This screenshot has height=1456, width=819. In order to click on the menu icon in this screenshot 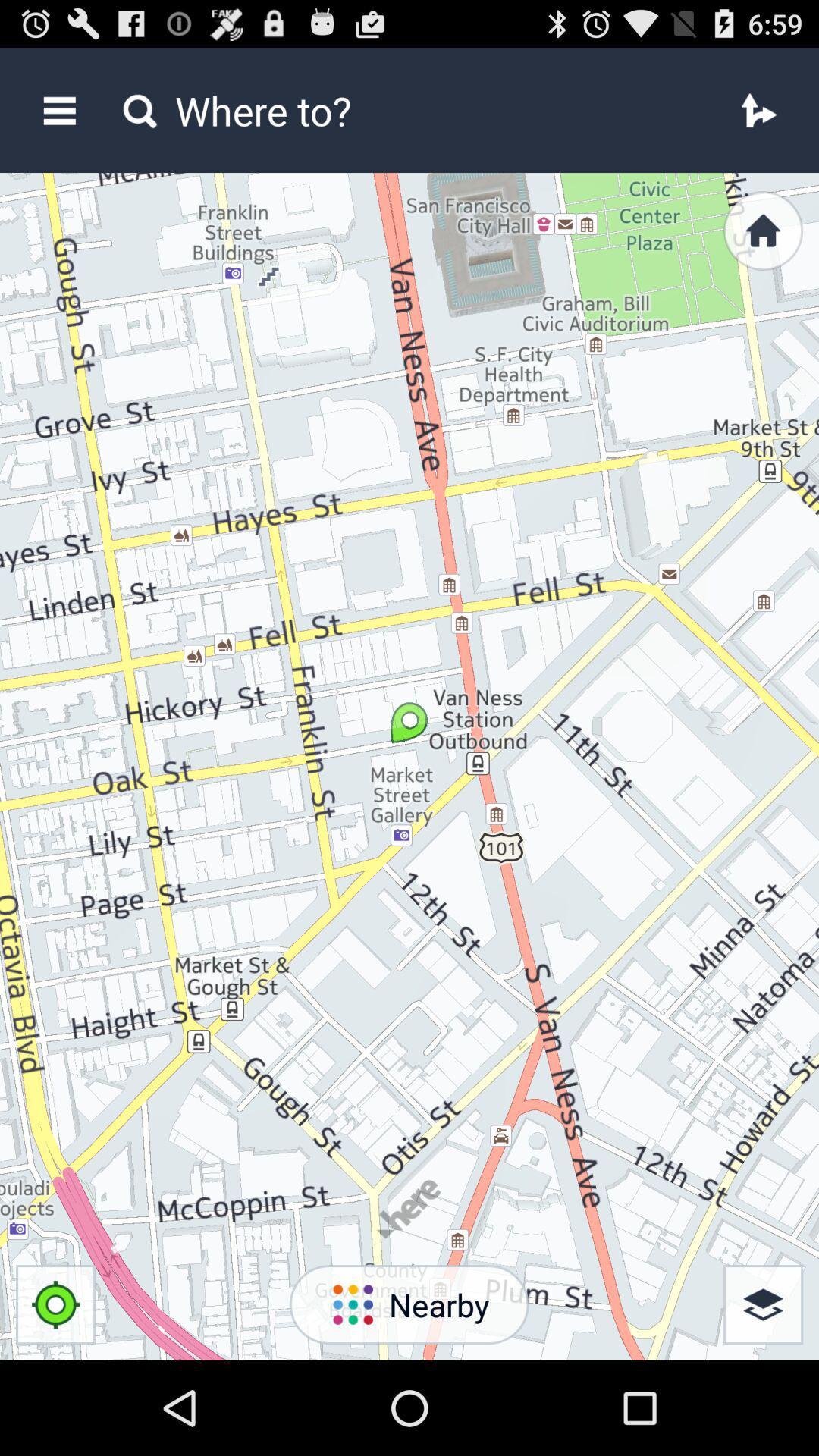, I will do `click(58, 117)`.